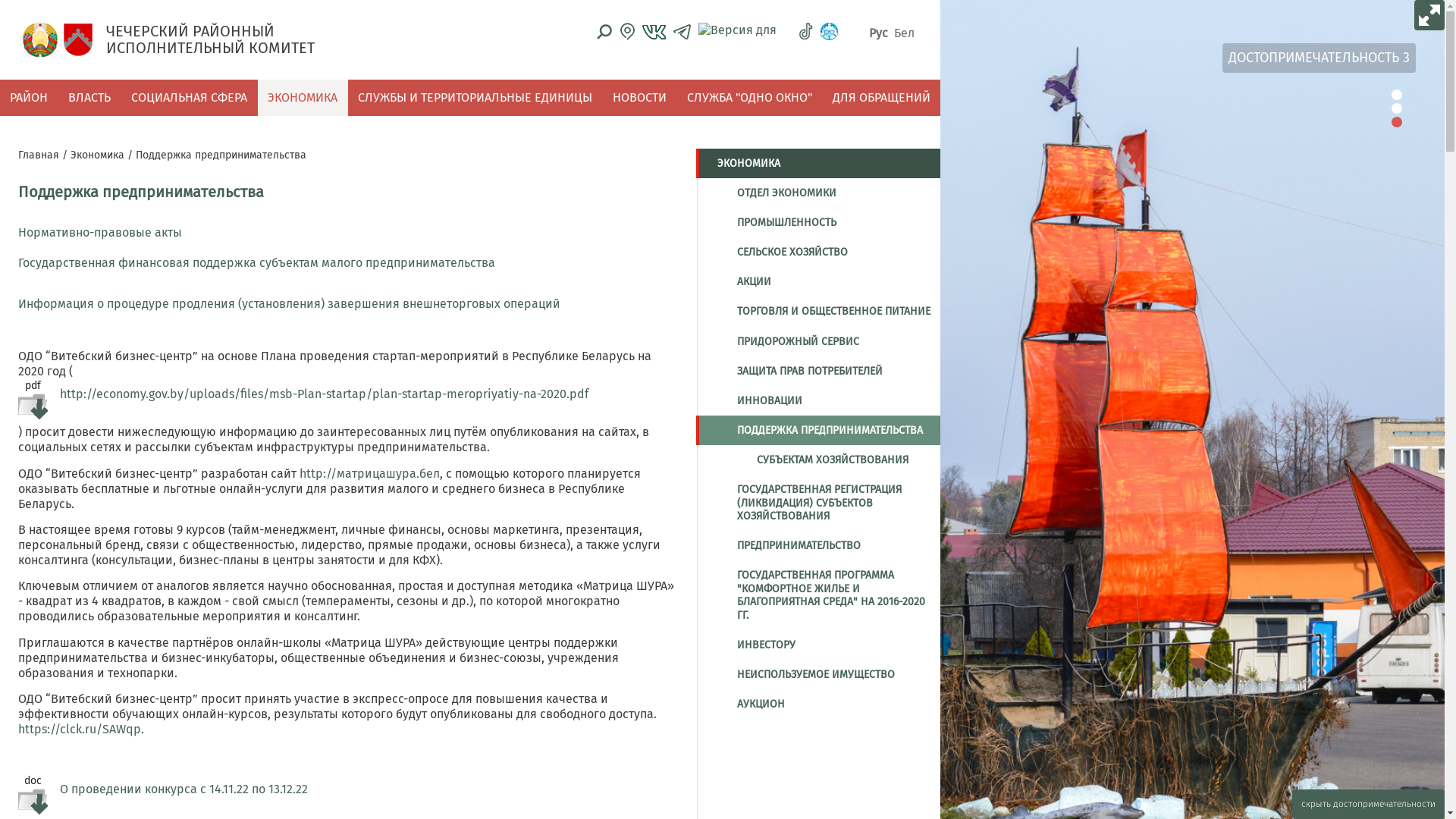 This screenshot has width=1456, height=819. Describe the element at coordinates (1396, 94) in the screenshot. I see `'1'` at that location.